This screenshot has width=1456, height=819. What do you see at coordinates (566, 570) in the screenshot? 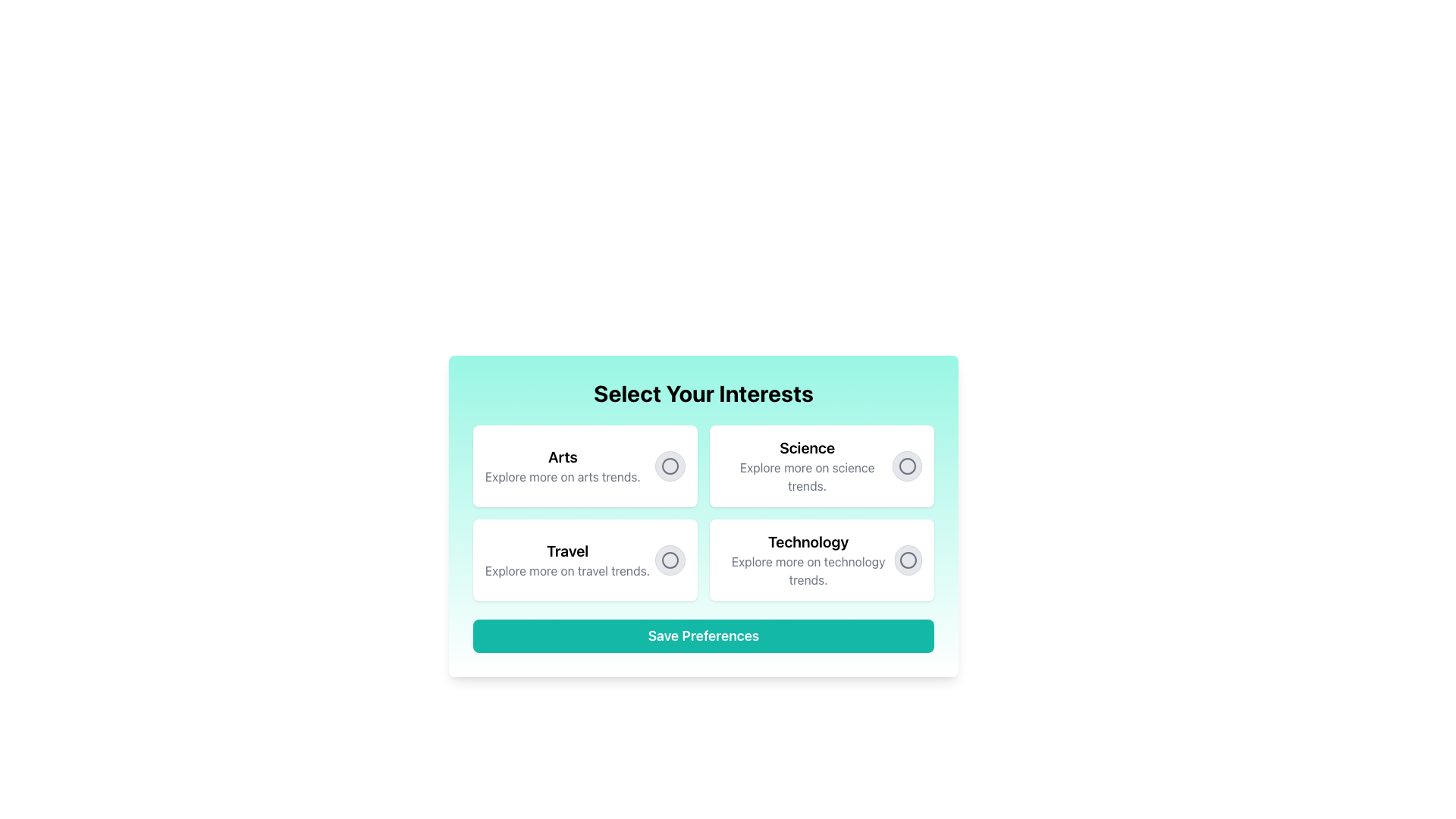
I see `the Text Label that provides descriptive content about the 'Travel' category, located below the 'Travel' heading in the bottom-left quadrant of the layout` at bounding box center [566, 570].